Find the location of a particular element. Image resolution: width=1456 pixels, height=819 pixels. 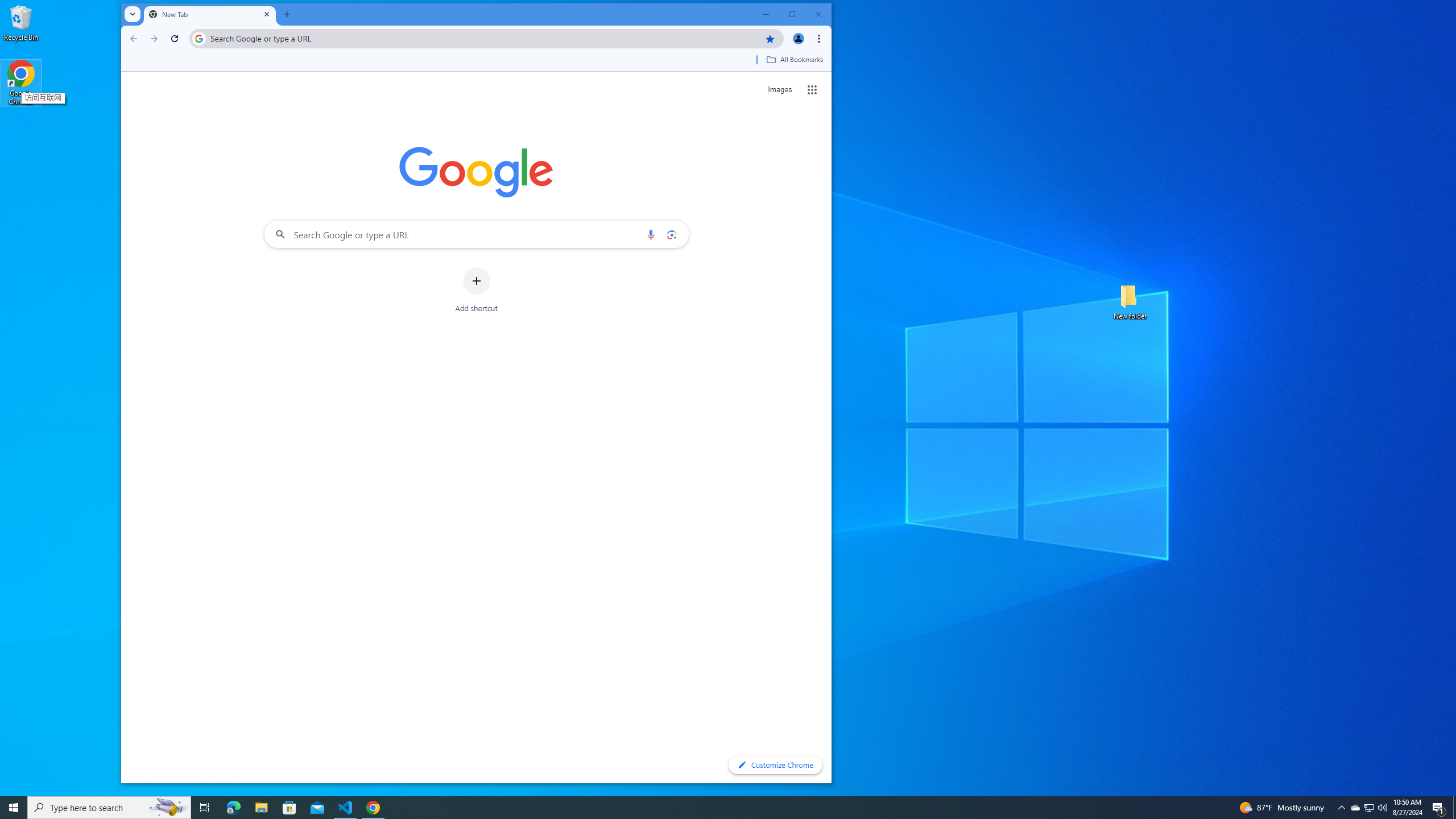

'Recycle Bin' is located at coordinates (20, 22).